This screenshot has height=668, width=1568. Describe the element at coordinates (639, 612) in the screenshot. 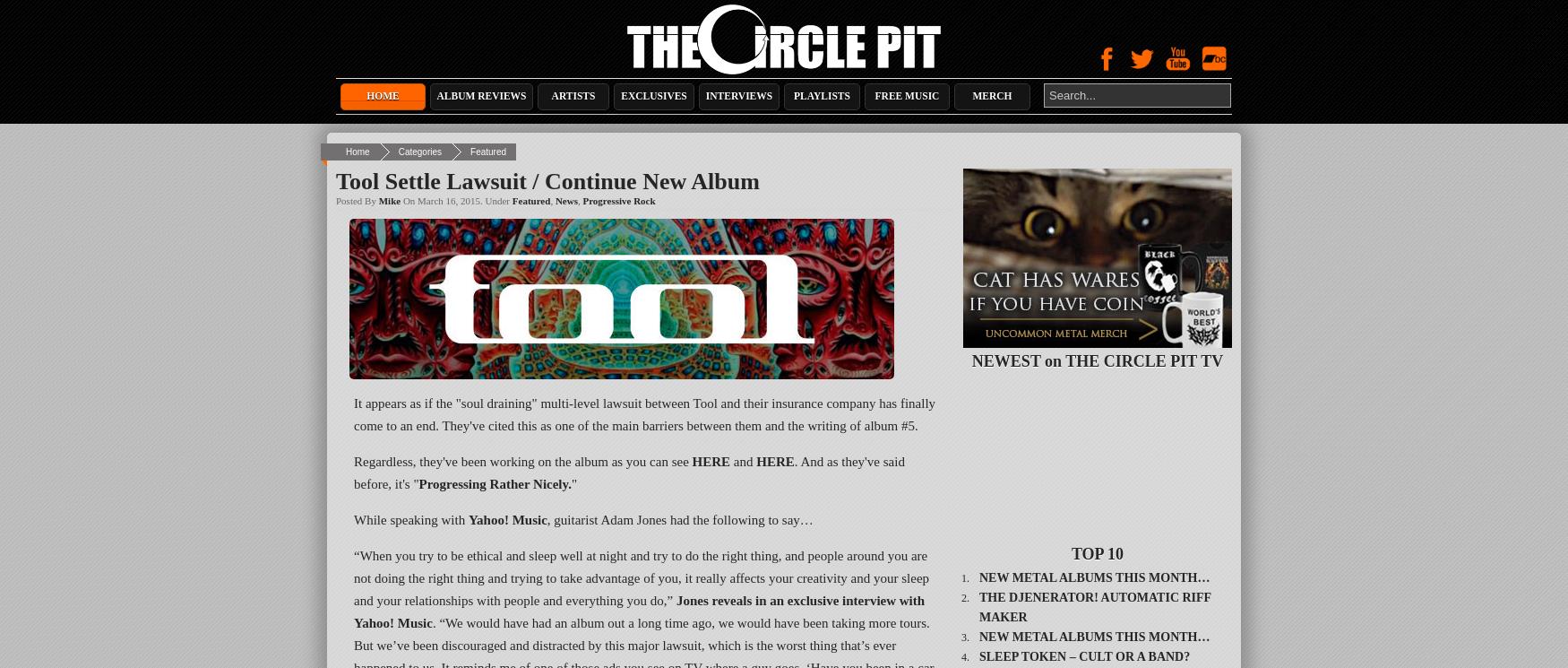

I see `'Jones reveals in an exclusive interview with Yahoo! Music'` at that location.